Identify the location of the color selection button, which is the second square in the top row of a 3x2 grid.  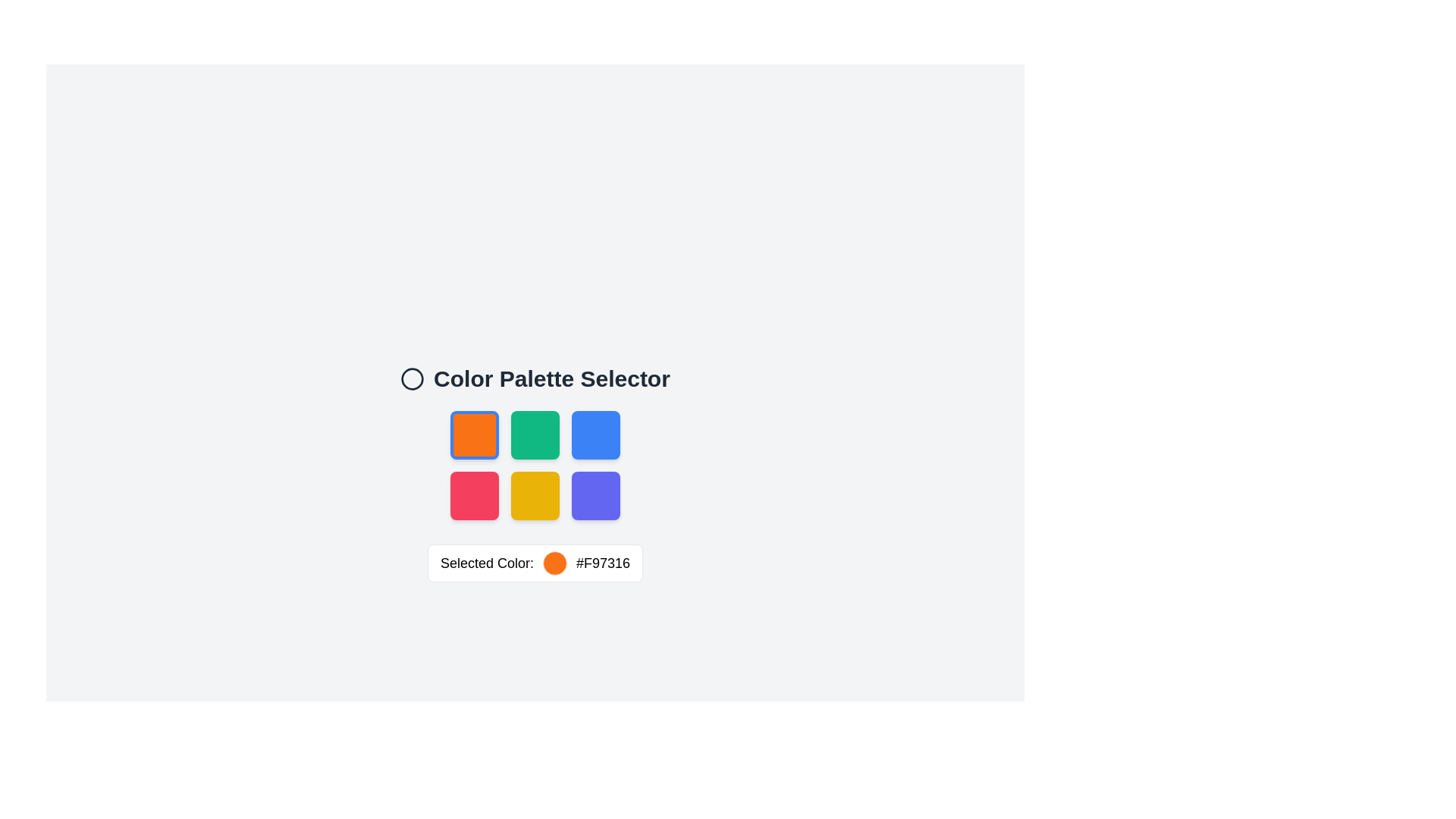
(535, 435).